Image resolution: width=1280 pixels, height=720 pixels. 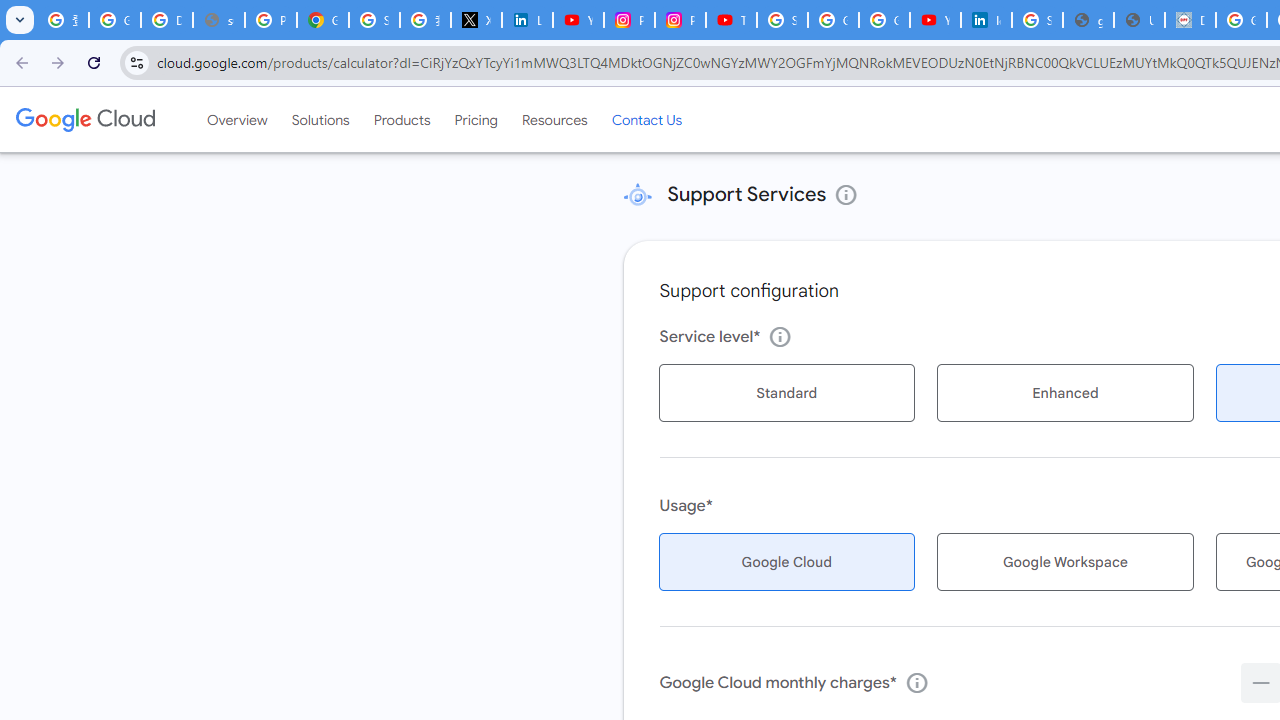 I want to click on 'google_privacy_policy_en.pdf', so click(x=1087, y=20).